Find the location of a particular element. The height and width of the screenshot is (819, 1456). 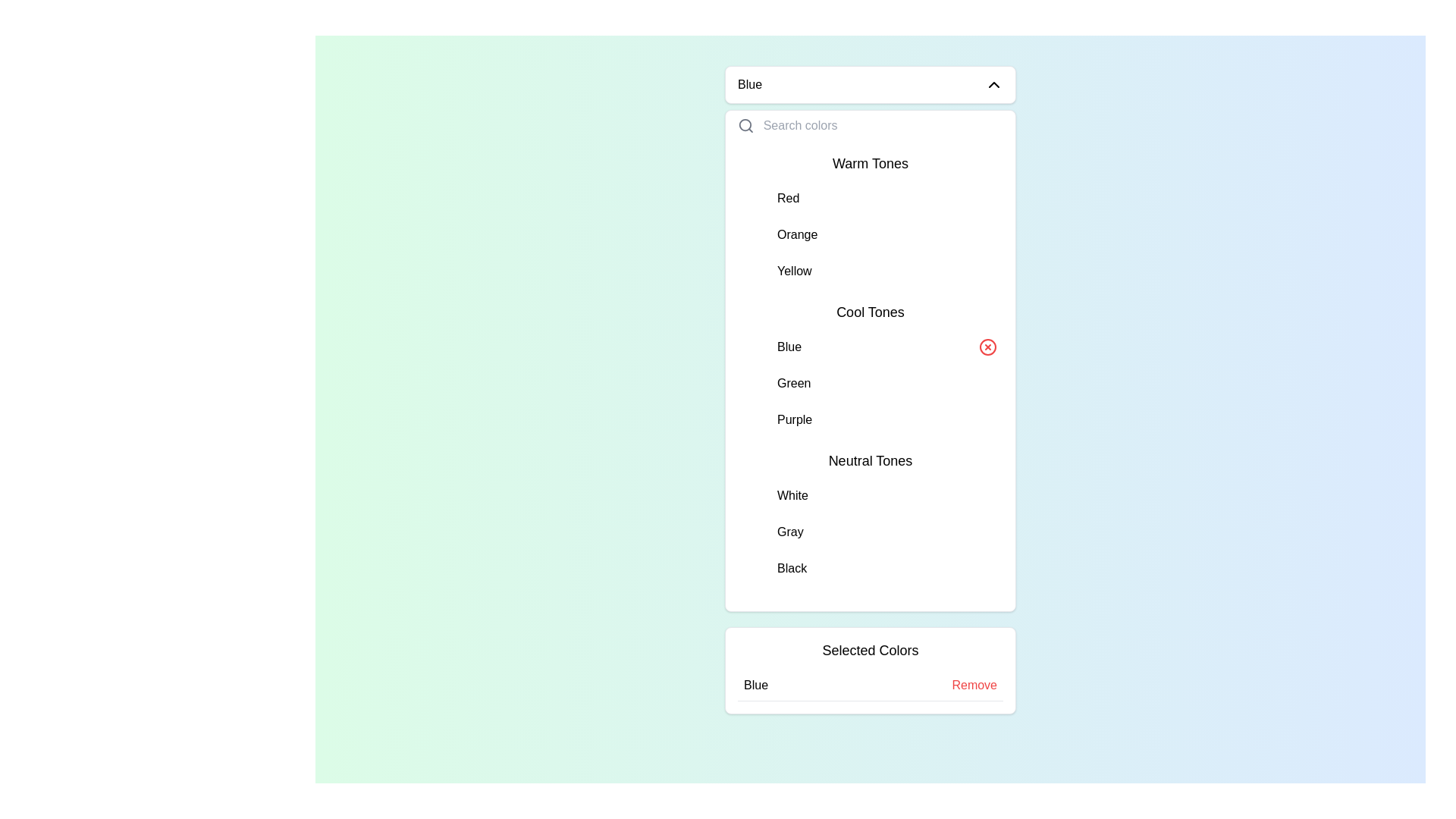

the interactive text link styled as a button located at the right-hand side of the 'Selected Colors' section is located at coordinates (974, 685).